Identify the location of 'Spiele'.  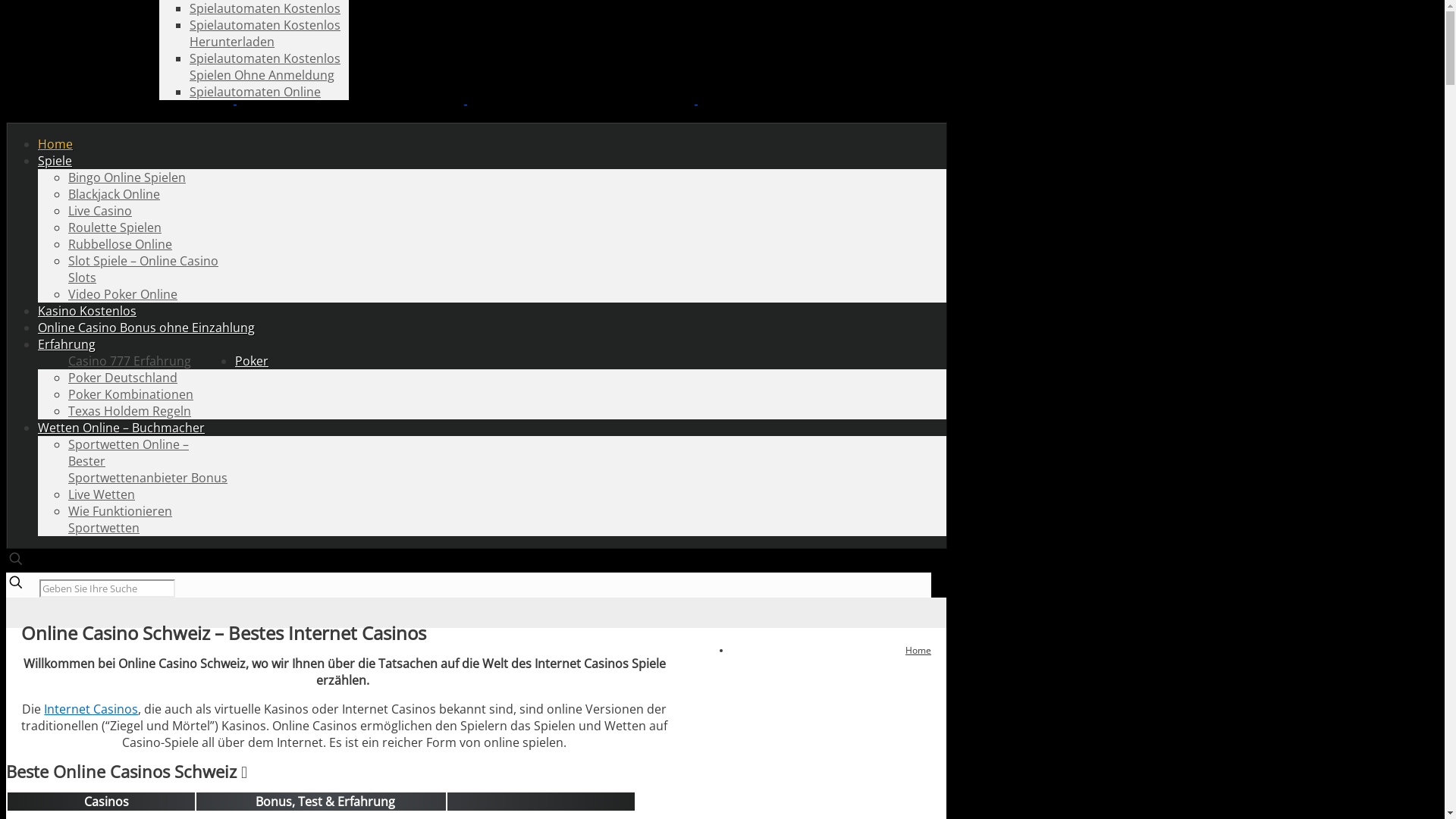
(55, 161).